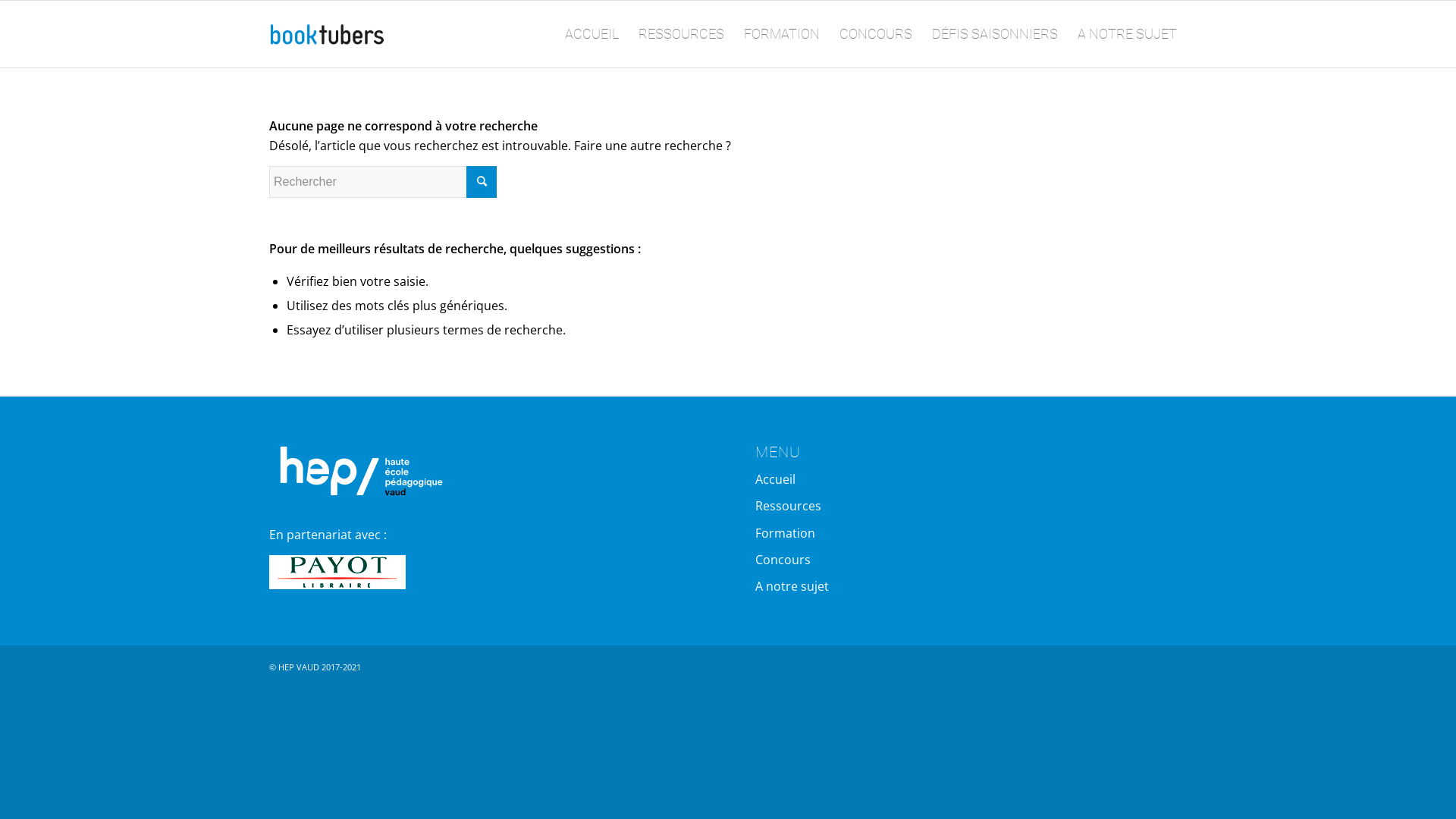  I want to click on 'Payot', so click(337, 572).